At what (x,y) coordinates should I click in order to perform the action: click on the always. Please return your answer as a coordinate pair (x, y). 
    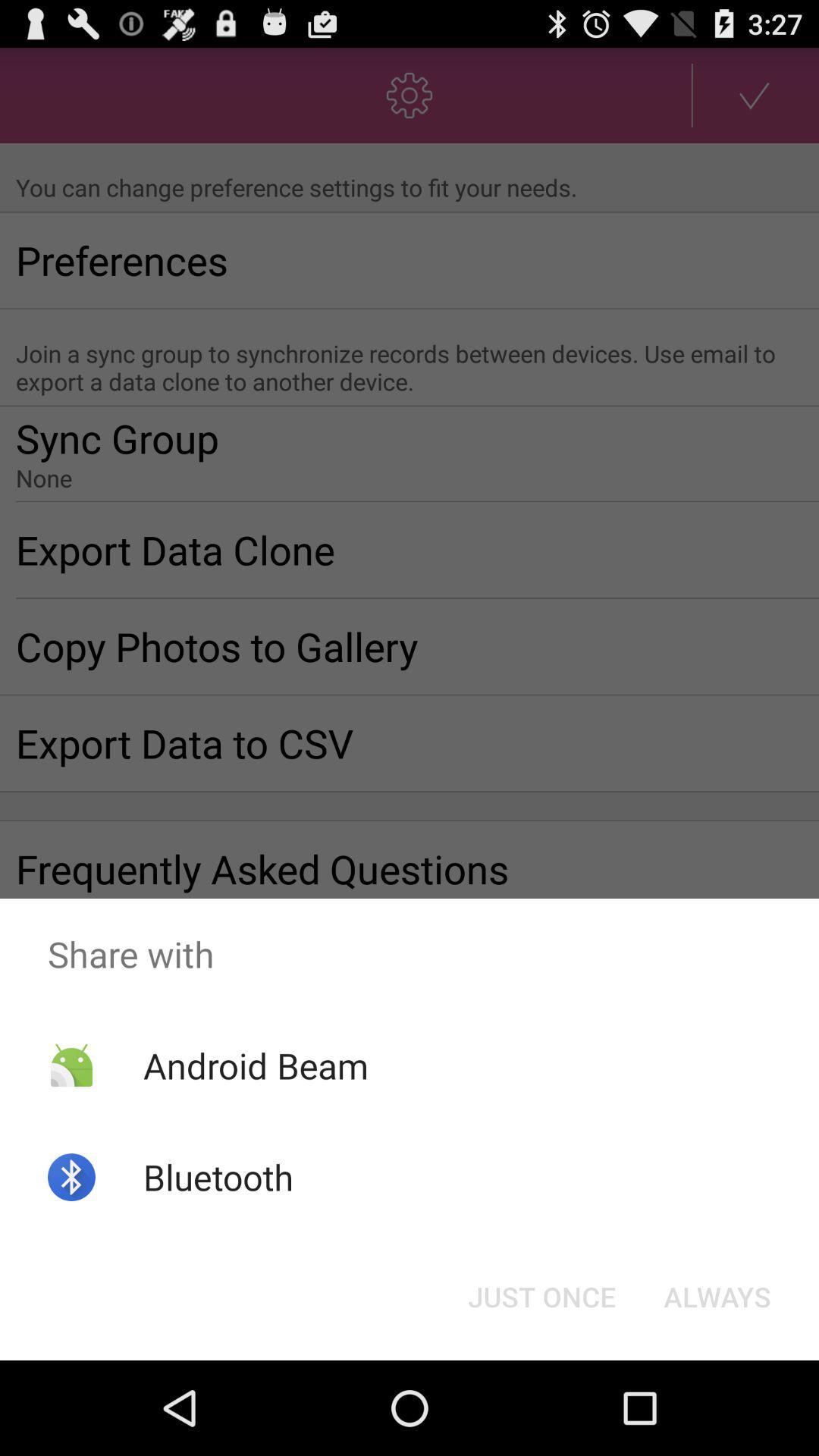
    Looking at the image, I should click on (717, 1295).